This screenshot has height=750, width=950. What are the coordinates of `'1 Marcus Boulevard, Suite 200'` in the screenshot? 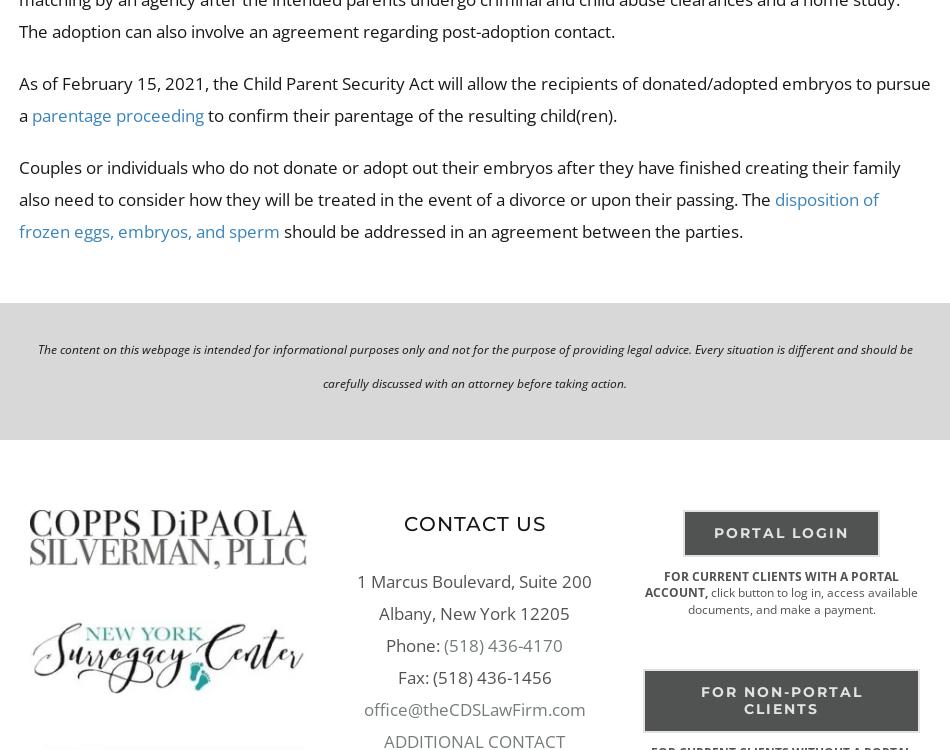 It's located at (473, 579).